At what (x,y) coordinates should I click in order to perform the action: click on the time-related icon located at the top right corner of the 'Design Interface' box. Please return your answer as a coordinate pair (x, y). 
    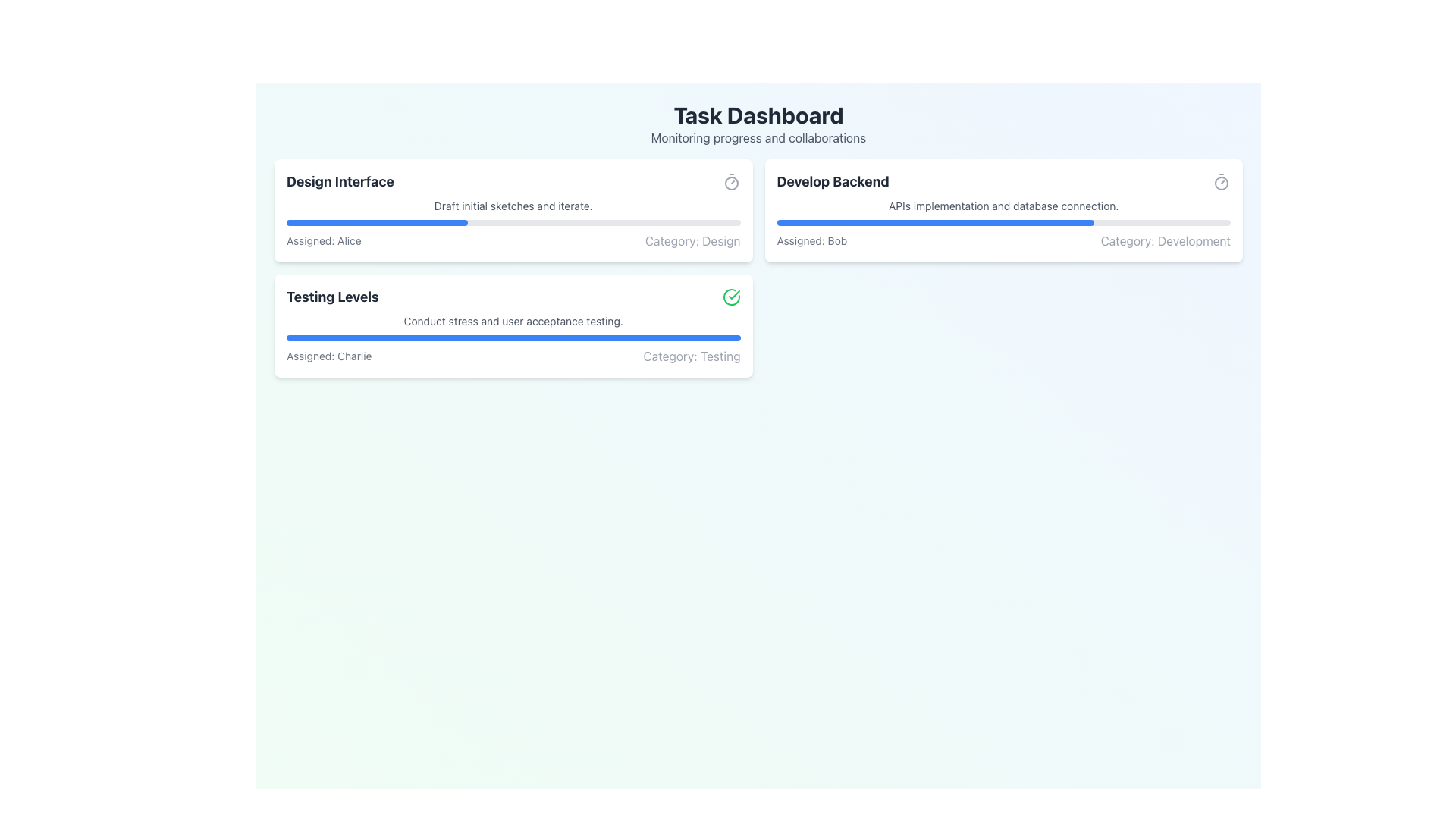
    Looking at the image, I should click on (731, 180).